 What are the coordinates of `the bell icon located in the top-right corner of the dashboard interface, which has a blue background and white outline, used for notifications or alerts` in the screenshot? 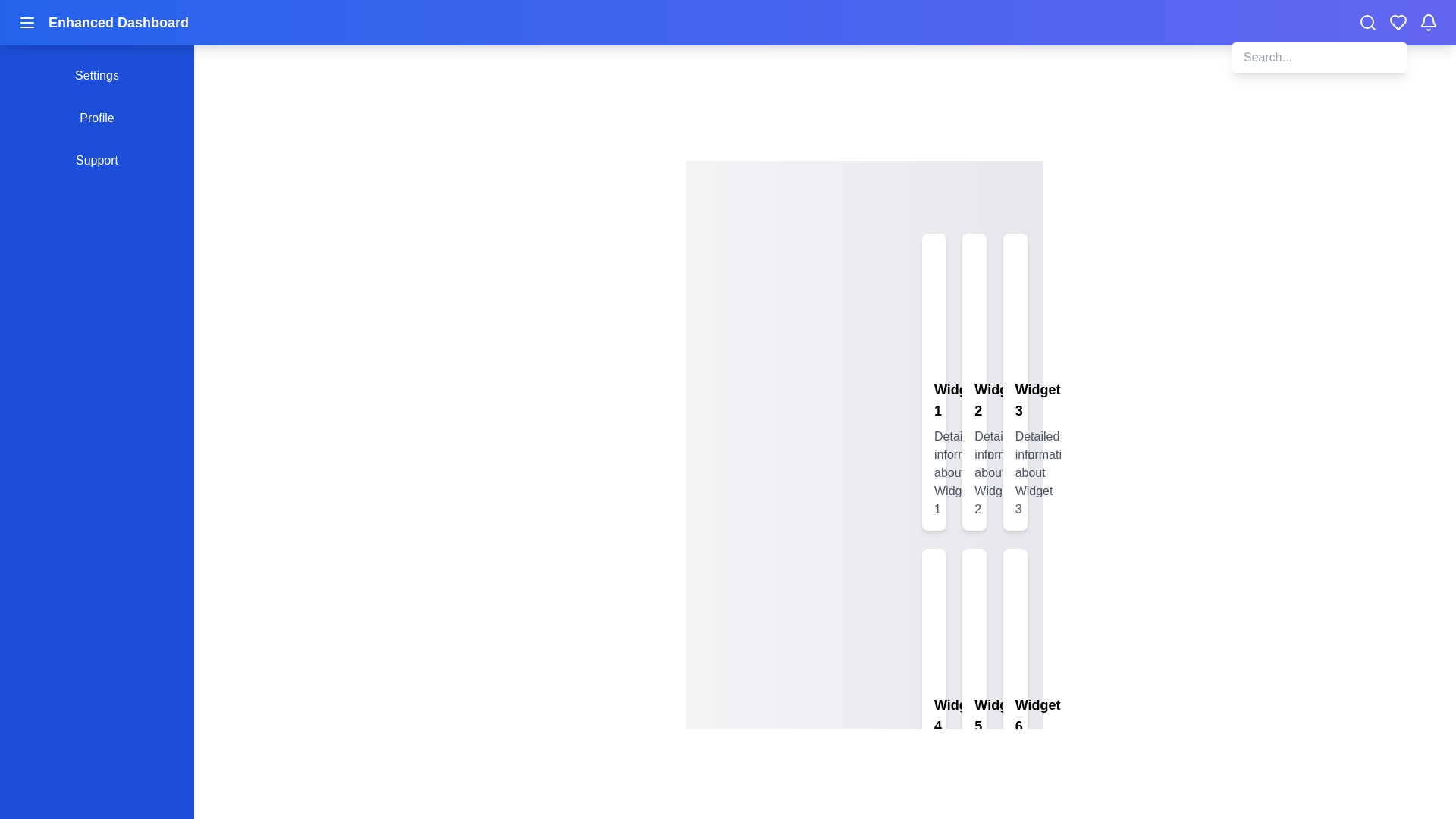 It's located at (1427, 20).